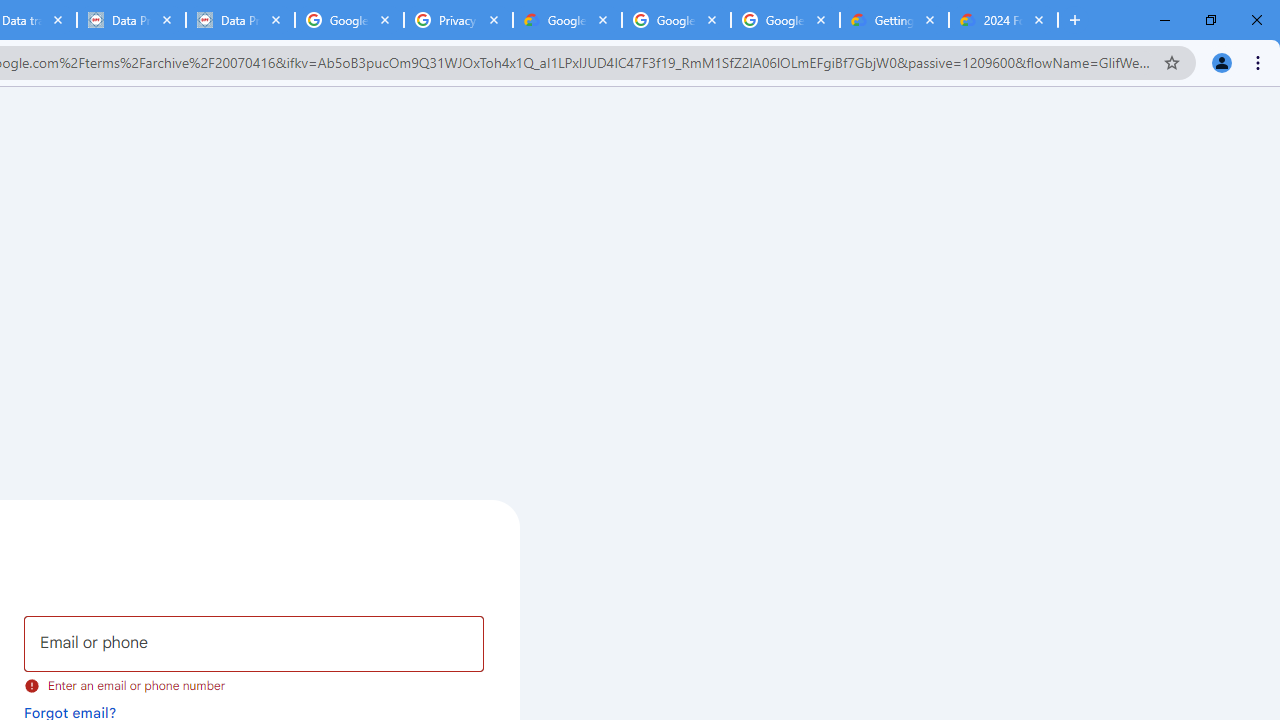 The width and height of the screenshot is (1280, 720). I want to click on 'Google Workspace - Specific Terms', so click(784, 20).